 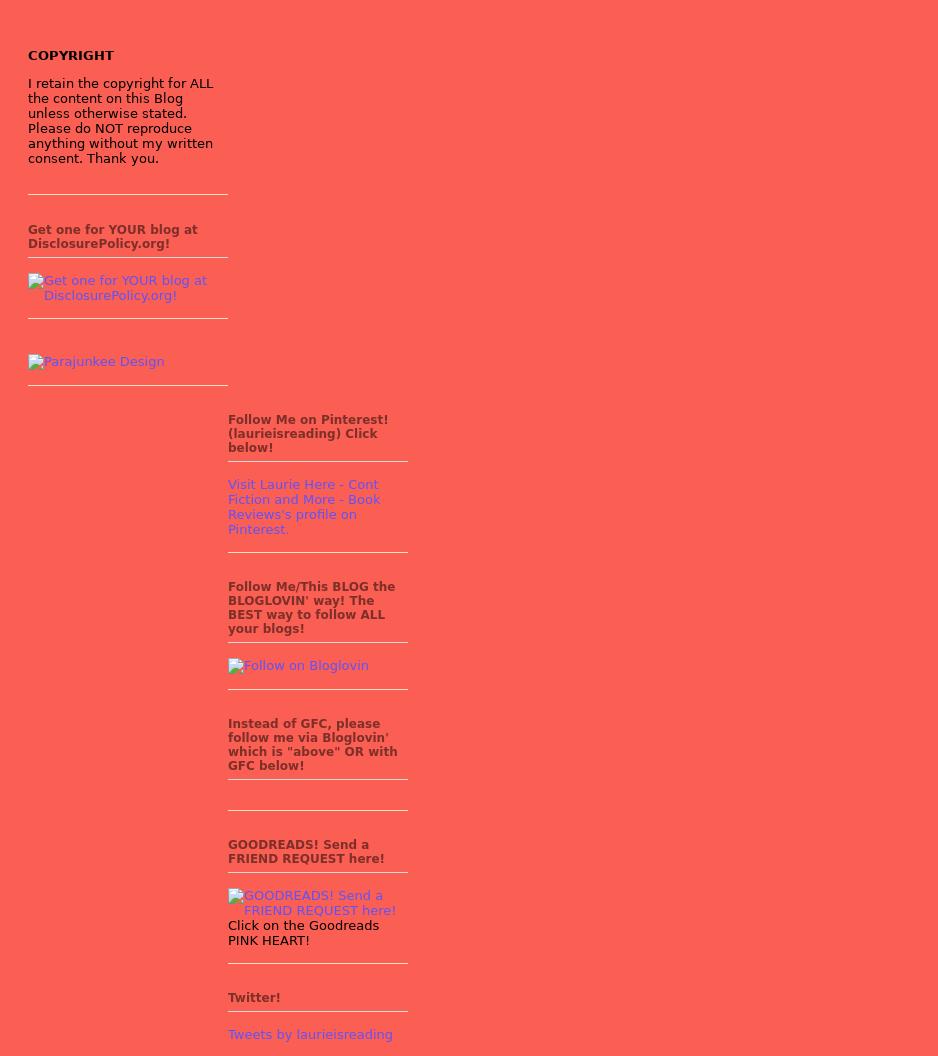 I want to click on 'I retain the copyright for', so click(x=107, y=82).